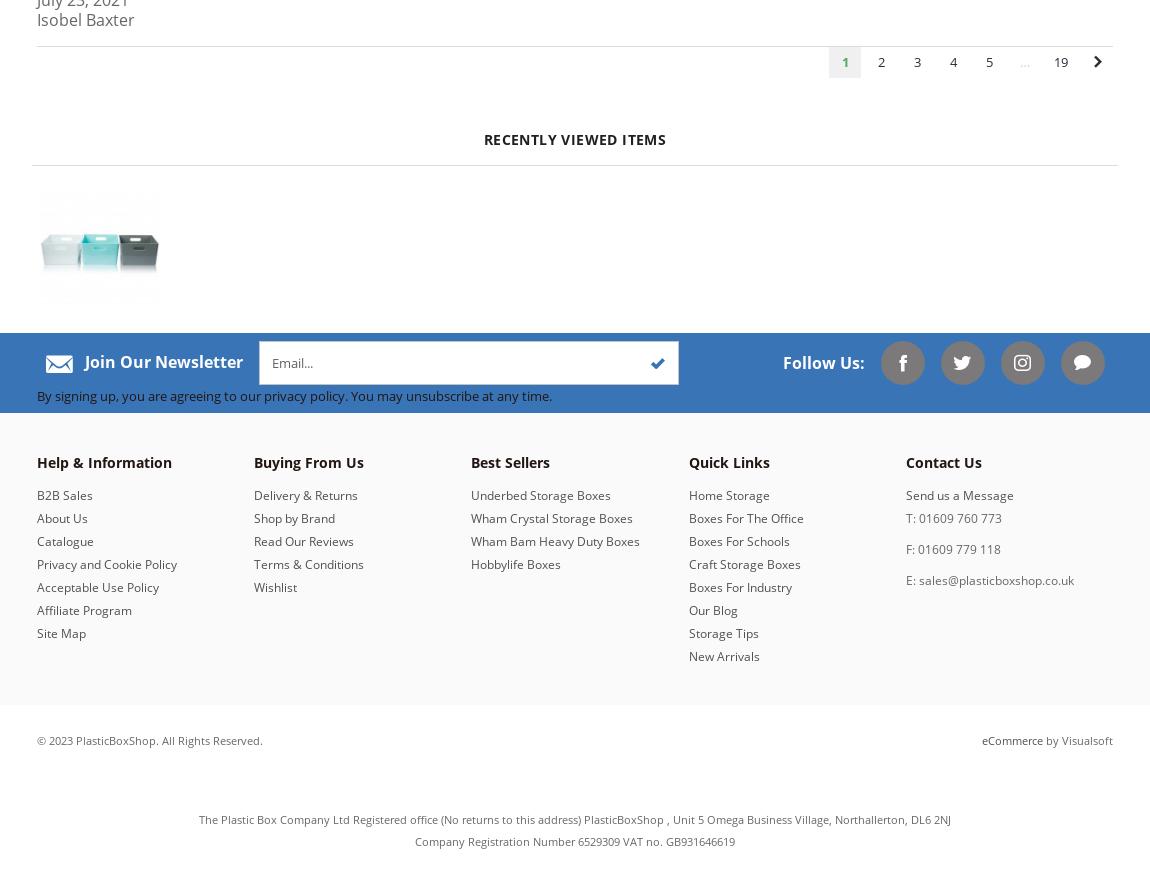 This screenshot has width=1150, height=870. Describe the element at coordinates (103, 461) in the screenshot. I see `'Help & Information'` at that location.